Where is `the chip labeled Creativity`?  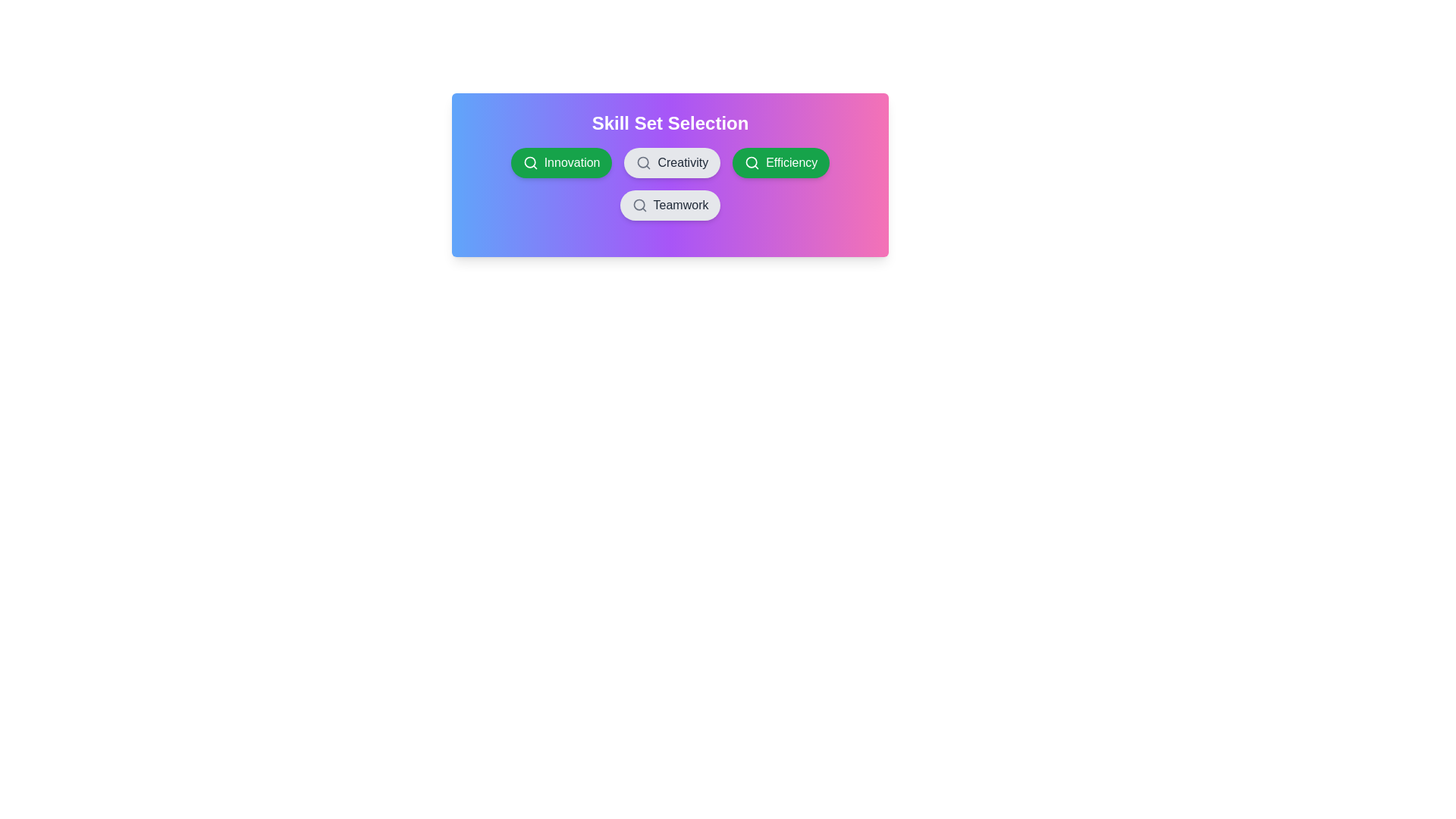 the chip labeled Creativity is located at coordinates (671, 163).